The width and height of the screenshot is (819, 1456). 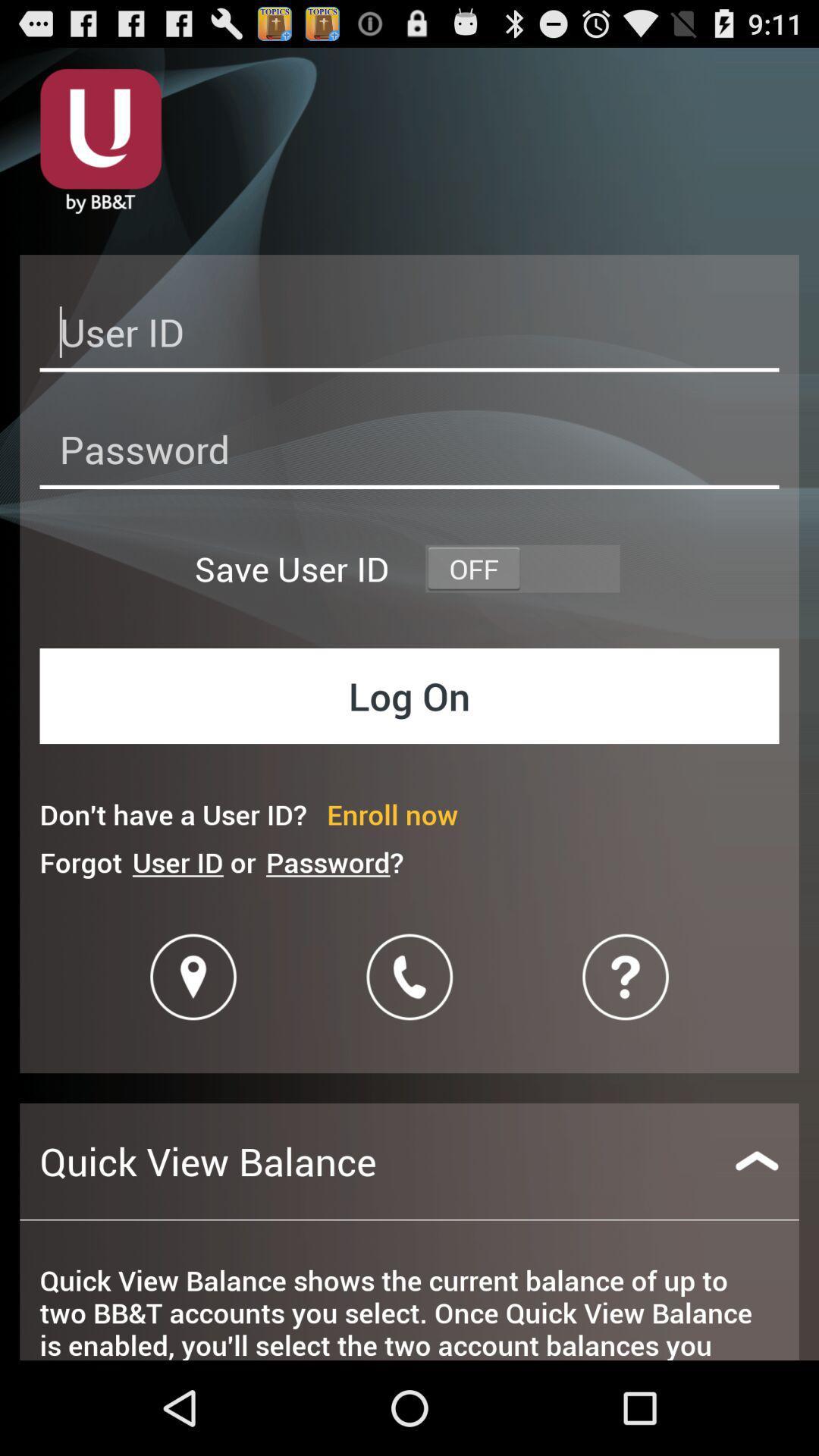 What do you see at coordinates (409, 453) in the screenshot?
I see `password` at bounding box center [409, 453].